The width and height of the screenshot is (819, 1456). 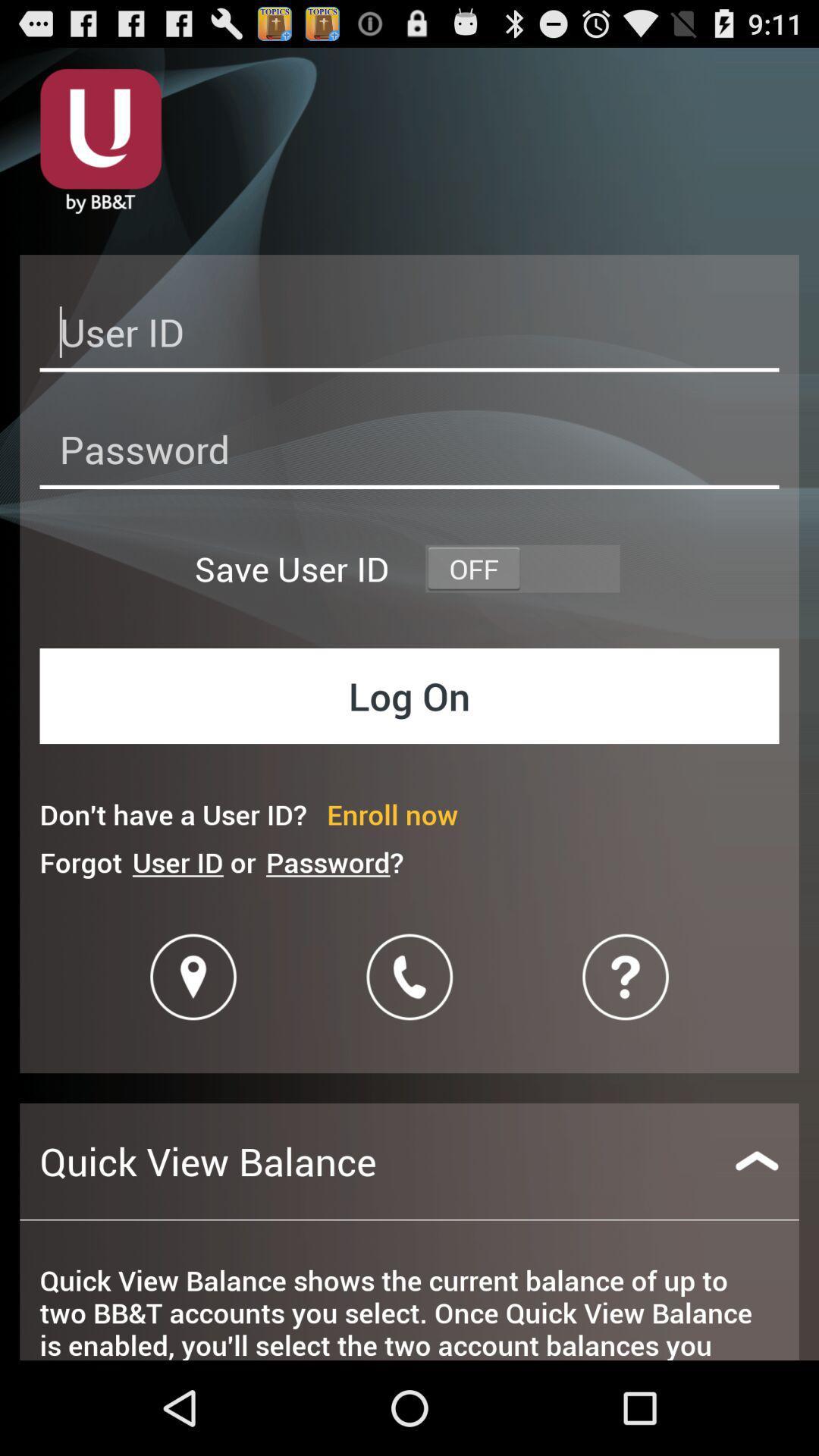 What do you see at coordinates (409, 453) in the screenshot?
I see `password` at bounding box center [409, 453].